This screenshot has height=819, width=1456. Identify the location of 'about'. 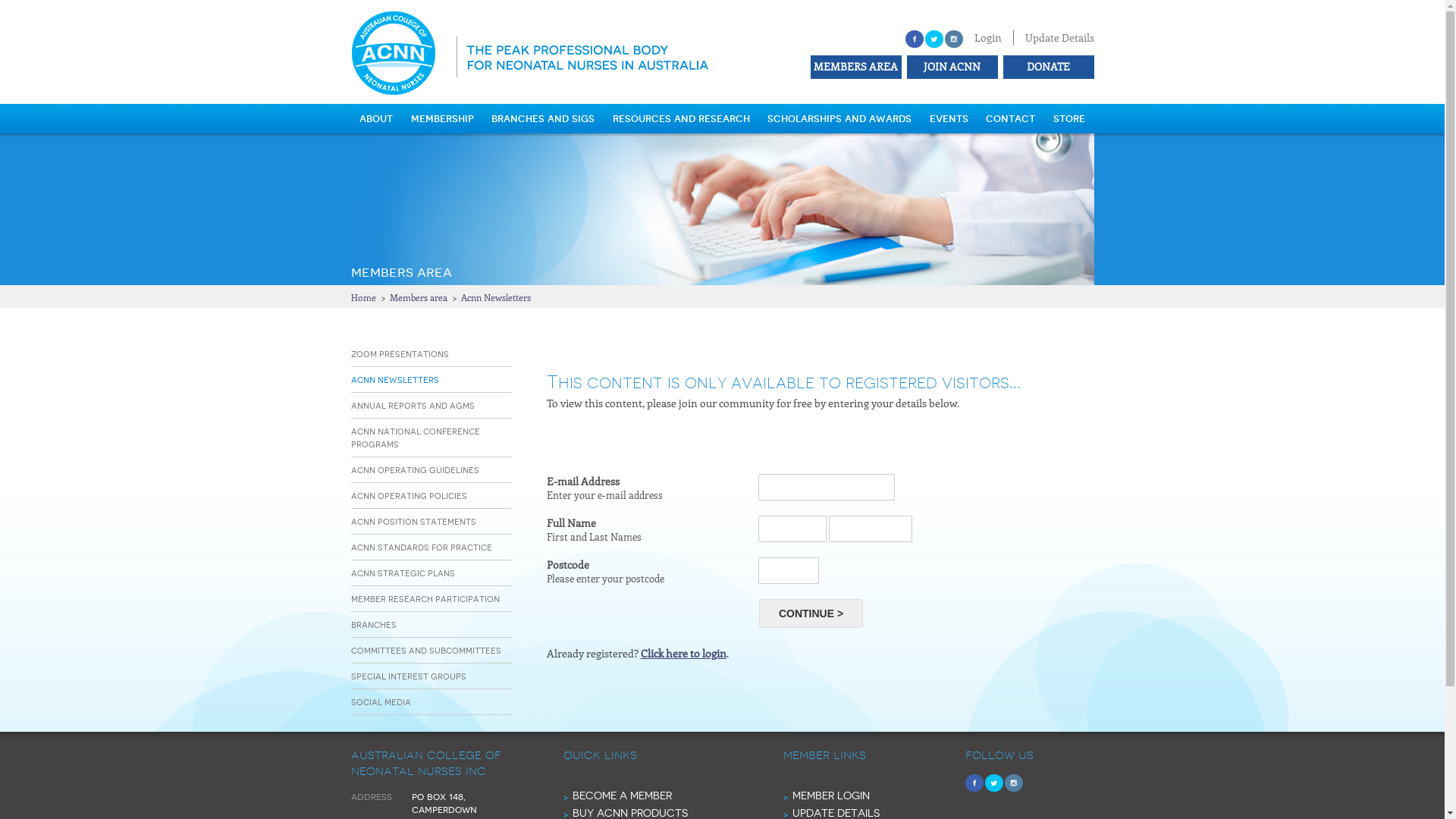
(375, 118).